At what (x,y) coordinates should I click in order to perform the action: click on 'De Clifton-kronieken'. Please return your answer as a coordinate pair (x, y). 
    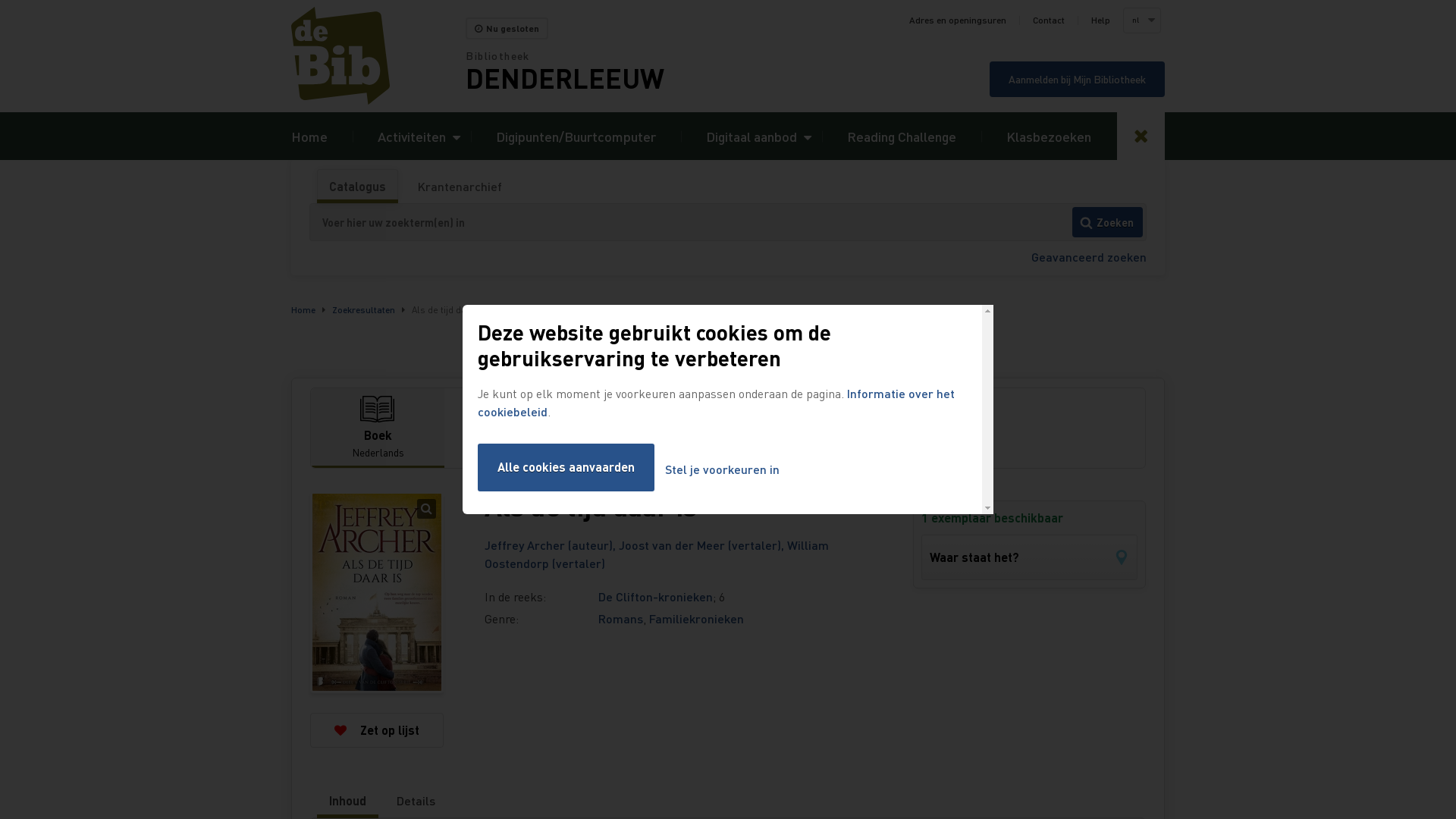
    Looking at the image, I should click on (655, 595).